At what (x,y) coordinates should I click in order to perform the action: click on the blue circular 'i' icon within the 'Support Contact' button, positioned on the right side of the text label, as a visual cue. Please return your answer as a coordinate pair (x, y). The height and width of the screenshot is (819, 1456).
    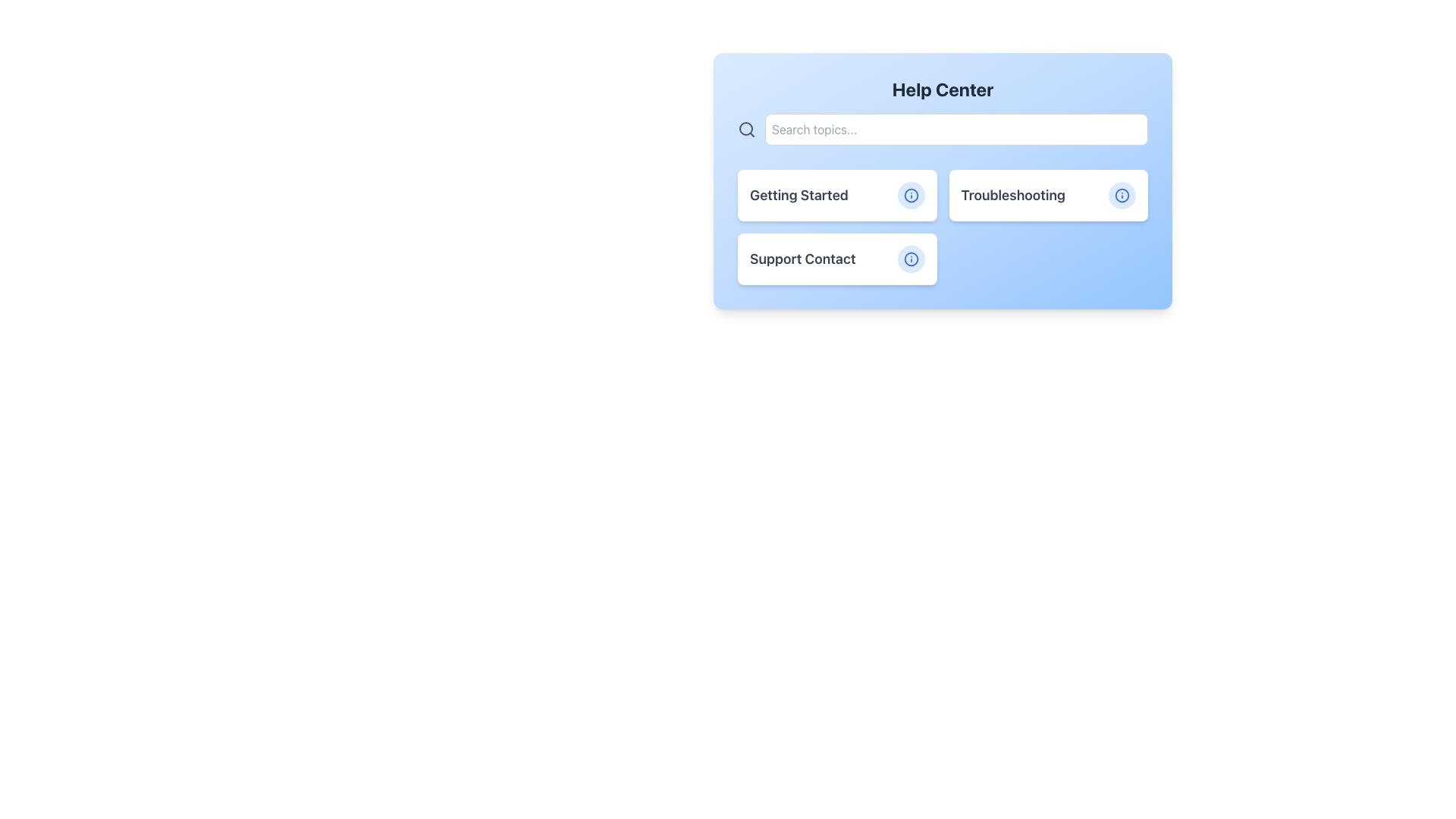
    Looking at the image, I should click on (910, 259).